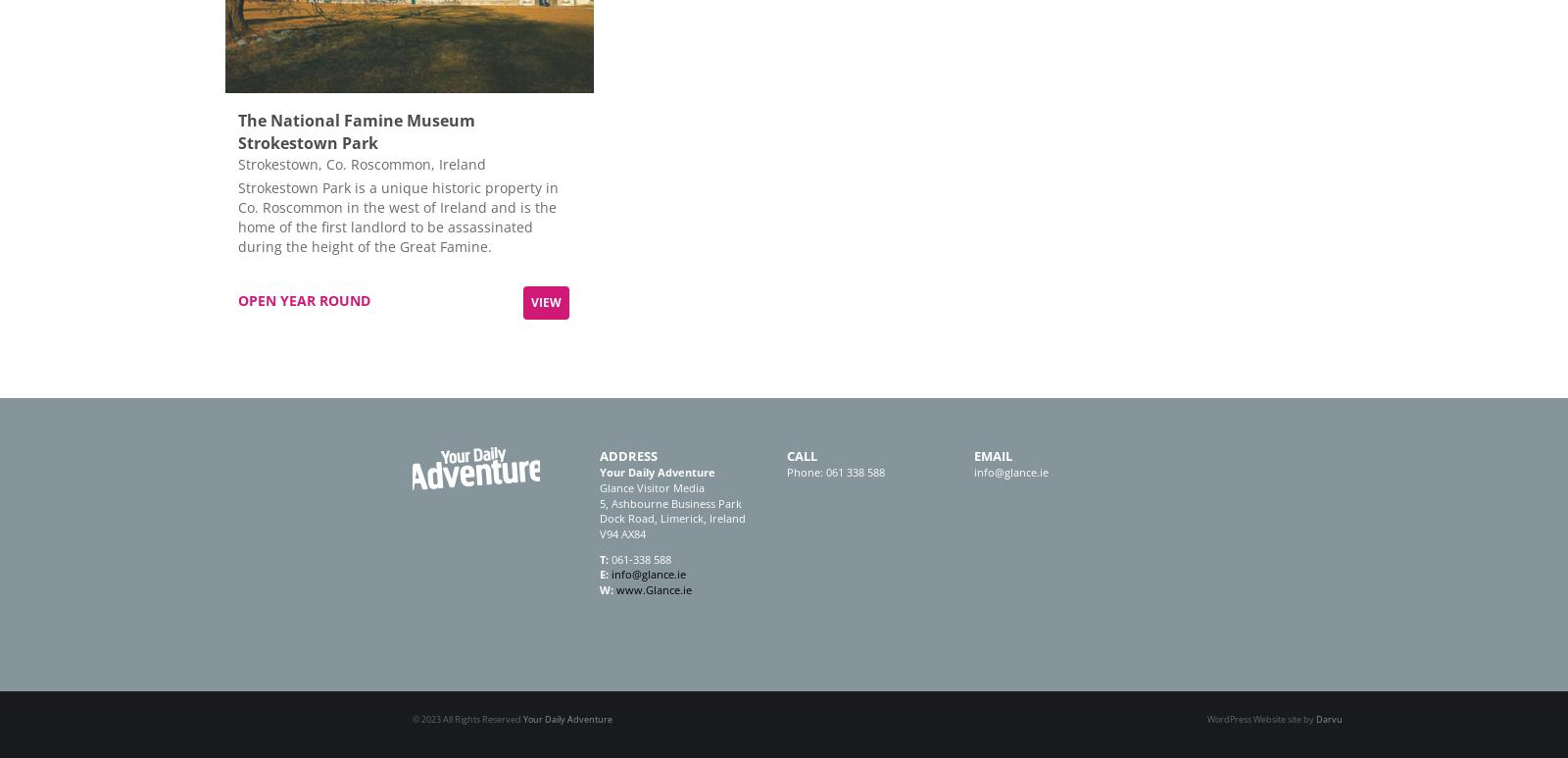 Image resolution: width=1568 pixels, height=758 pixels. What do you see at coordinates (670, 502) in the screenshot?
I see `'5, Ashbourne Business Park'` at bounding box center [670, 502].